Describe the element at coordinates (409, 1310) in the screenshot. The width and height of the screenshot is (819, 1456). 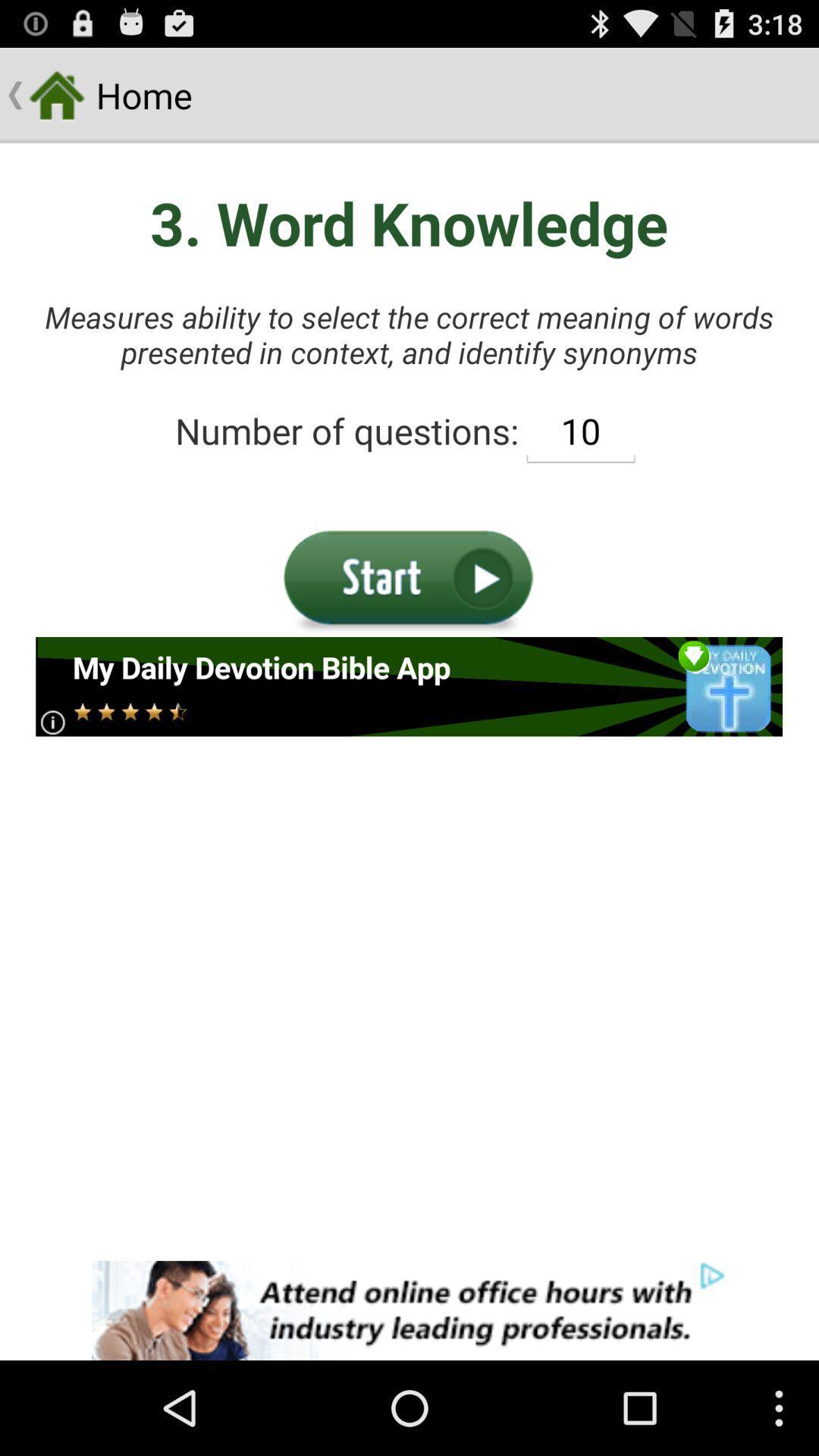
I see `banner advertisements` at that location.